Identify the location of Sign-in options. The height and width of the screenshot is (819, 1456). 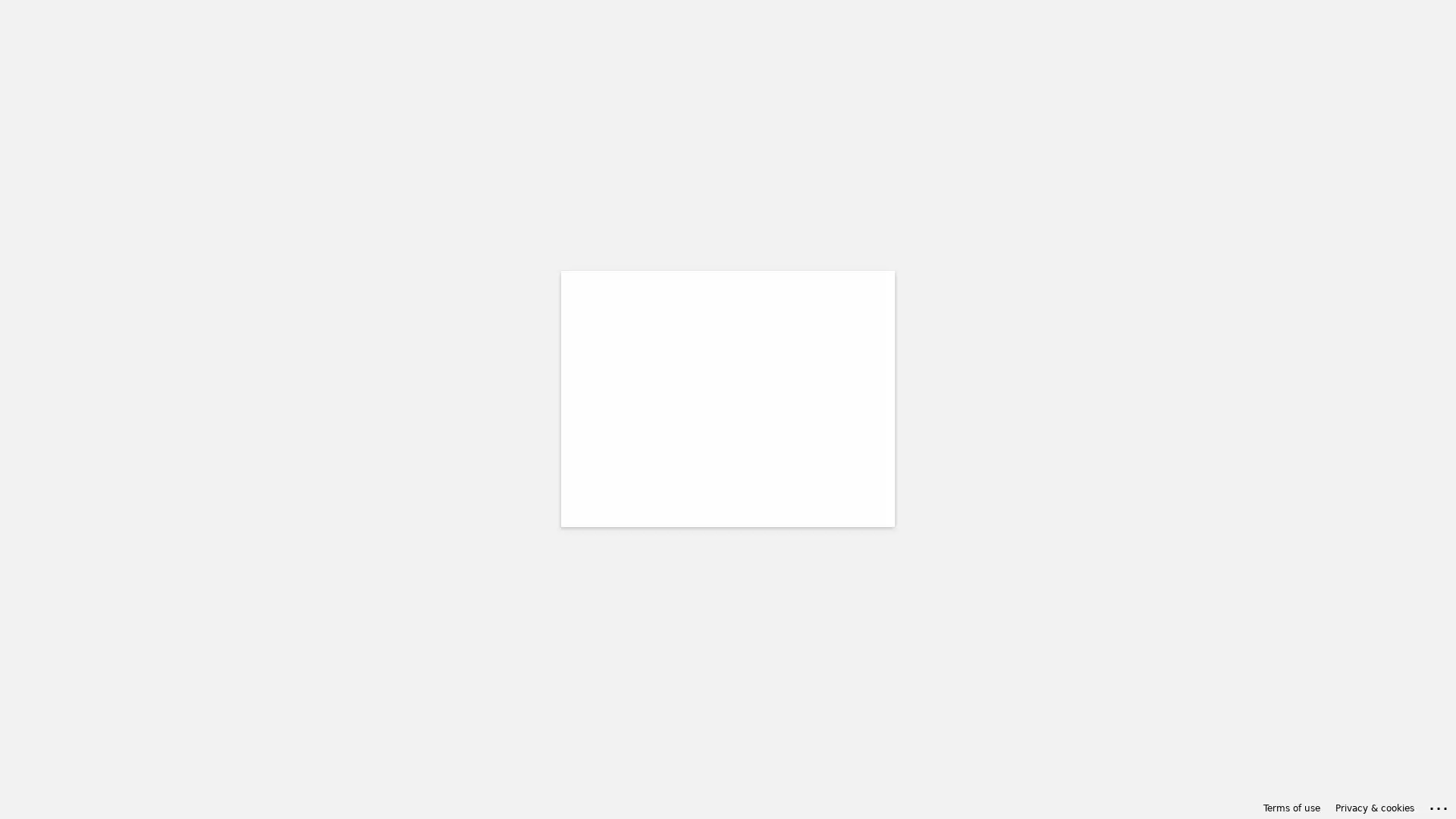
(728, 537).